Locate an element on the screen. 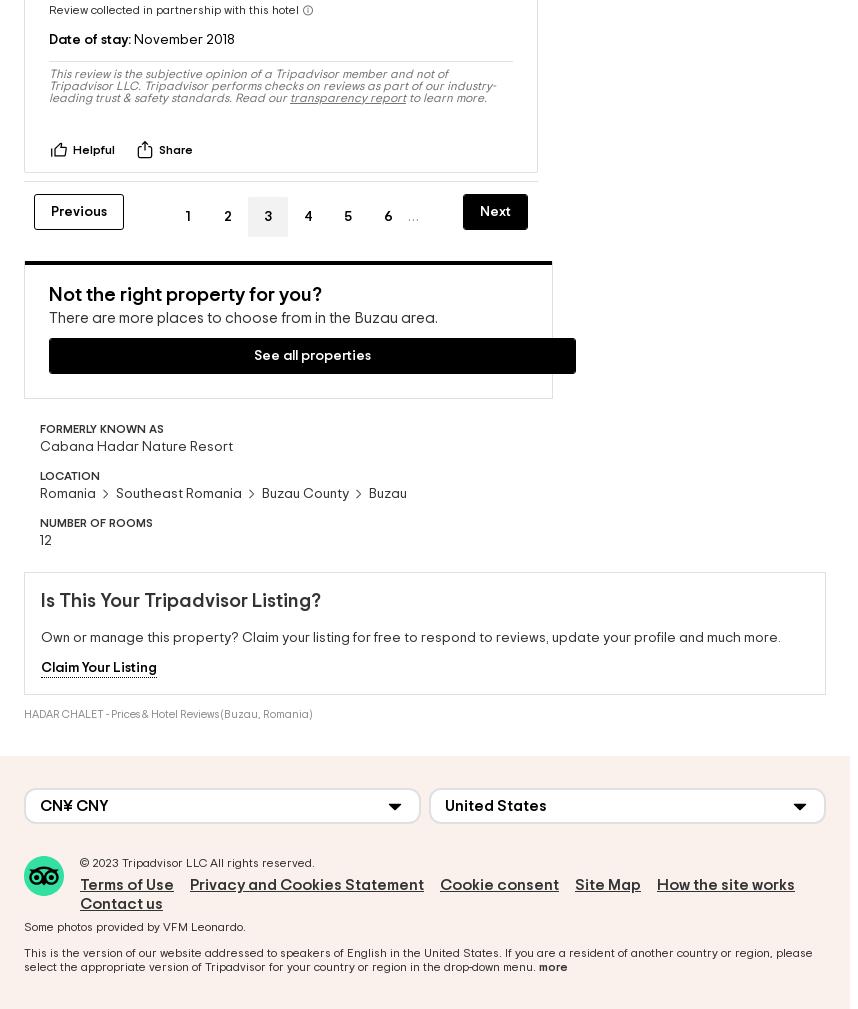 Image resolution: width=858 pixels, height=1009 pixels. 'November 2018' is located at coordinates (183, 17).